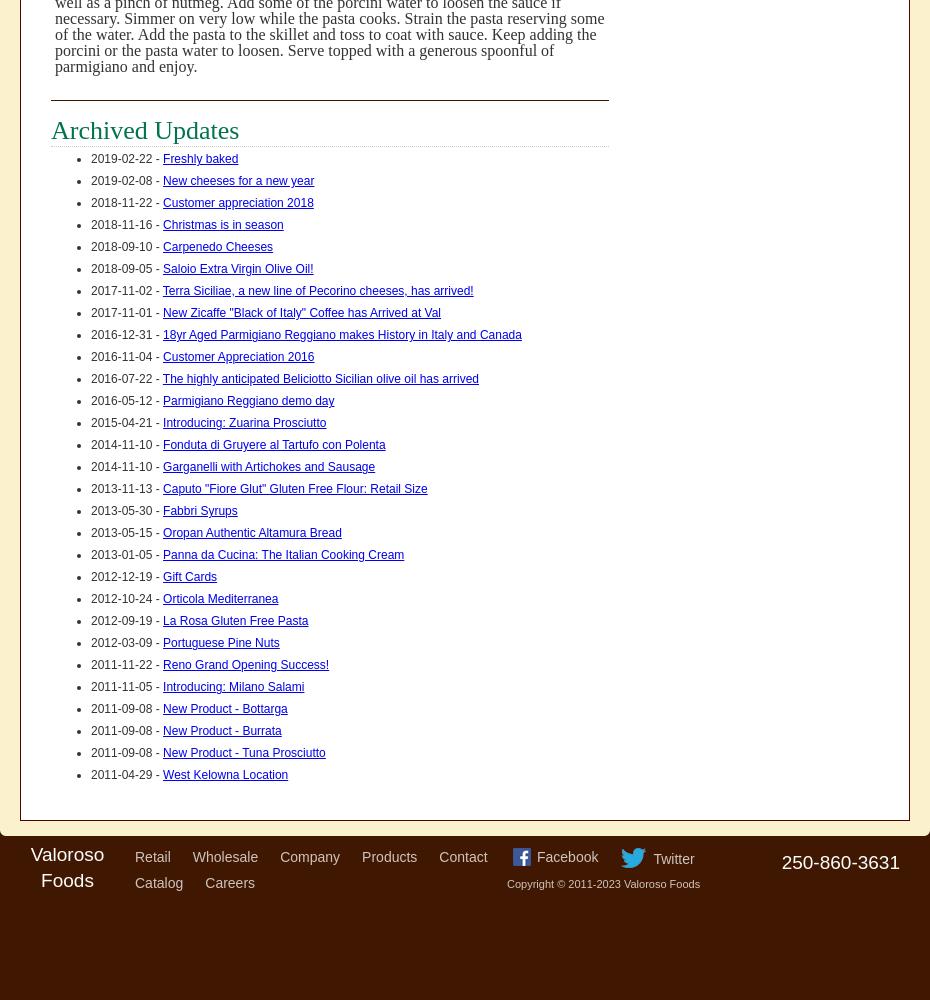  Describe the element at coordinates (248, 401) in the screenshot. I see `'Parmigiano Reggiano demo day'` at that location.